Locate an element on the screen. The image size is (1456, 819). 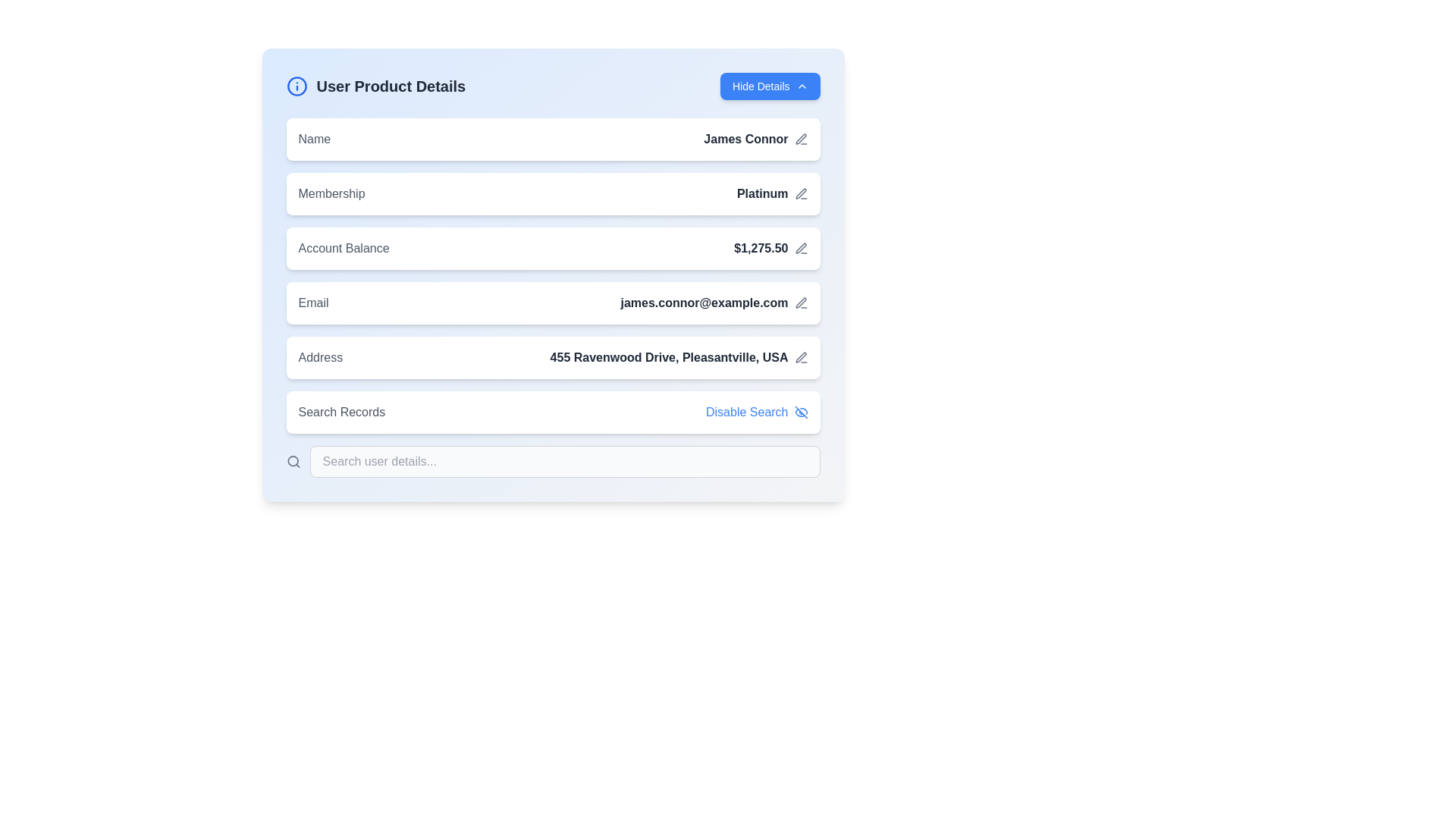
the label that identifies the email address in the email information row, located to the far left of 'james.connor@example.com' is located at coordinates (312, 303).